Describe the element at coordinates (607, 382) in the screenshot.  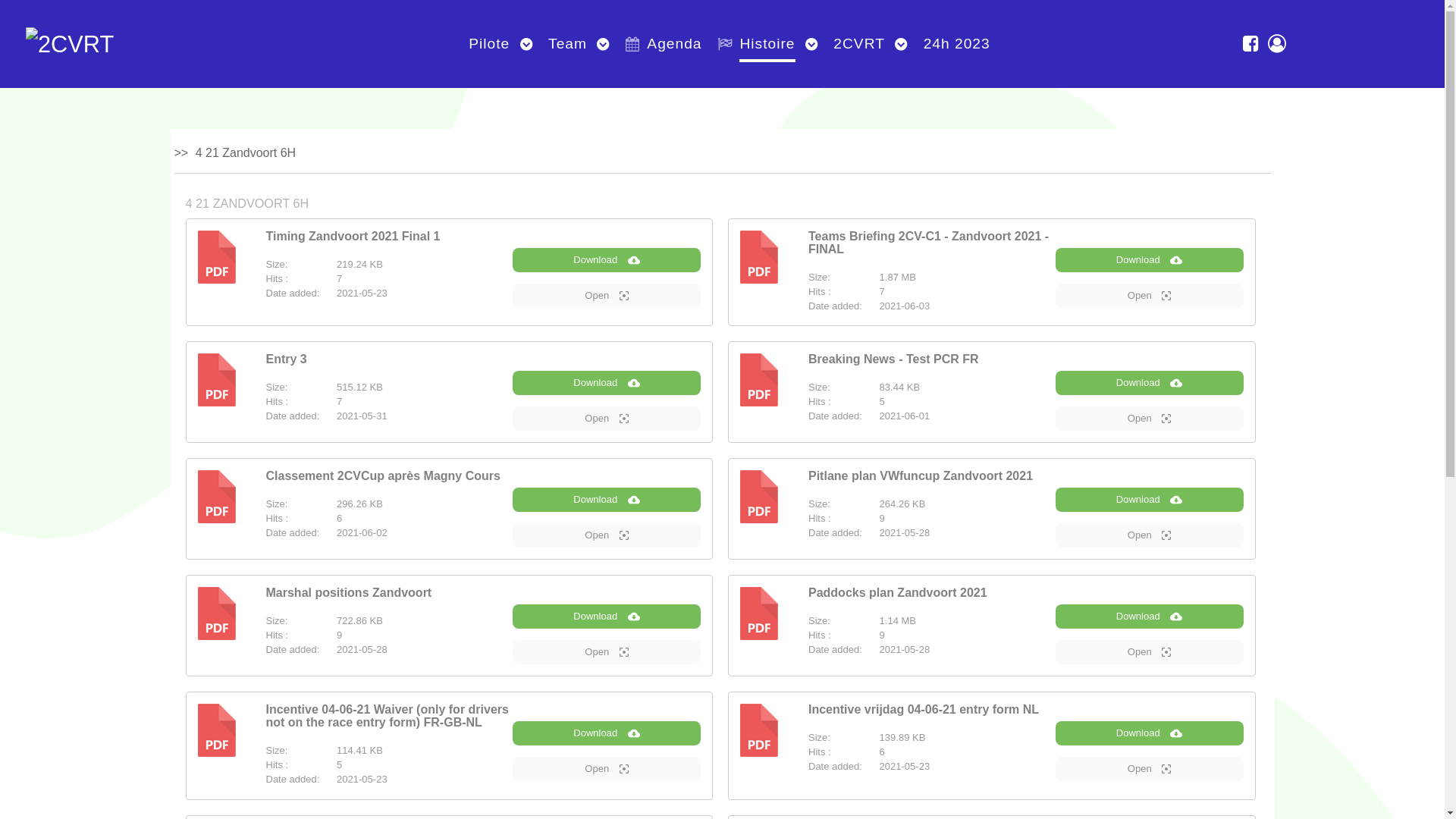
I see `'Download'` at that location.